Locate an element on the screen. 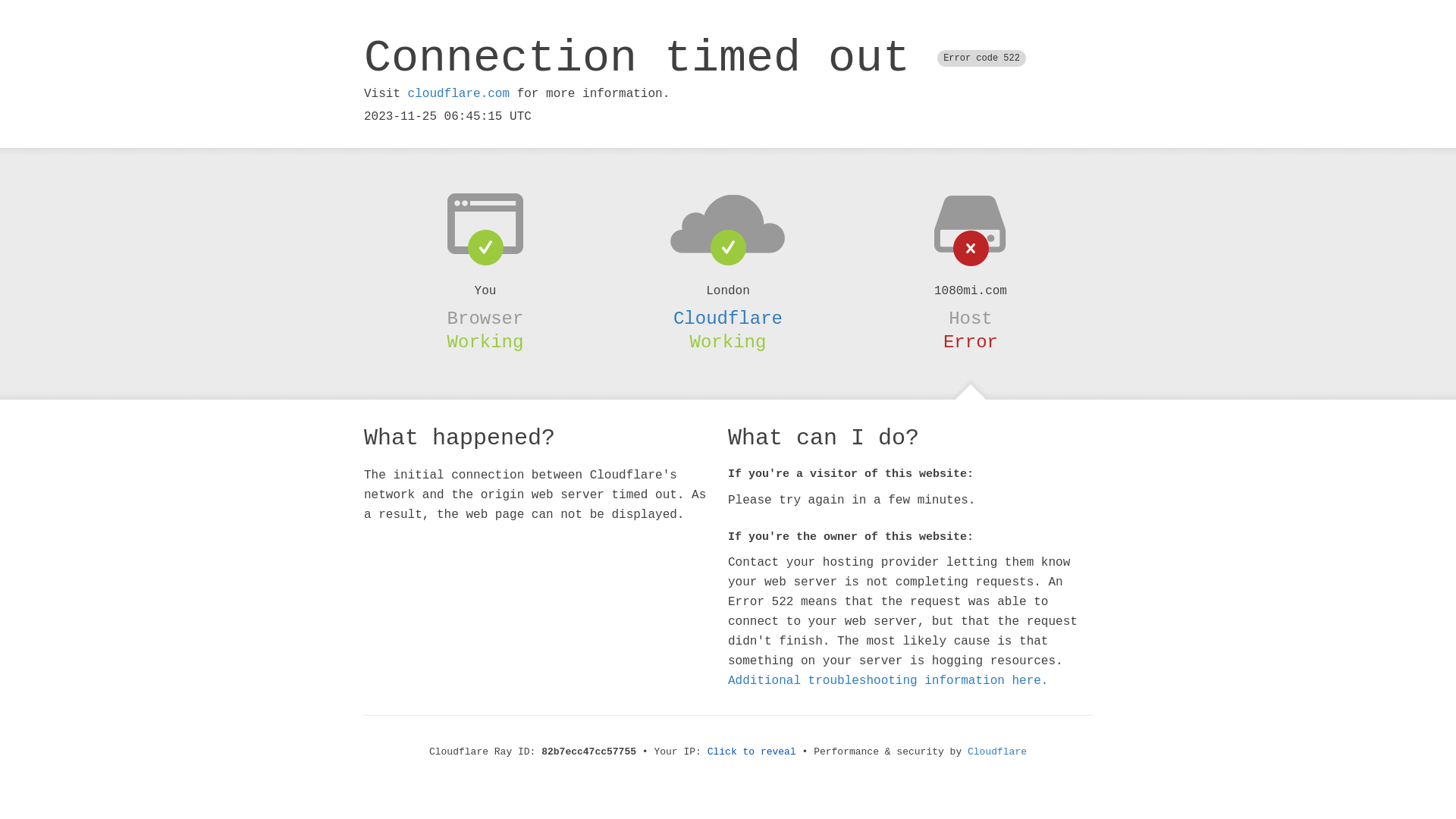 The width and height of the screenshot is (1456, 819). 'cloudflare.com' is located at coordinates (457, 93).